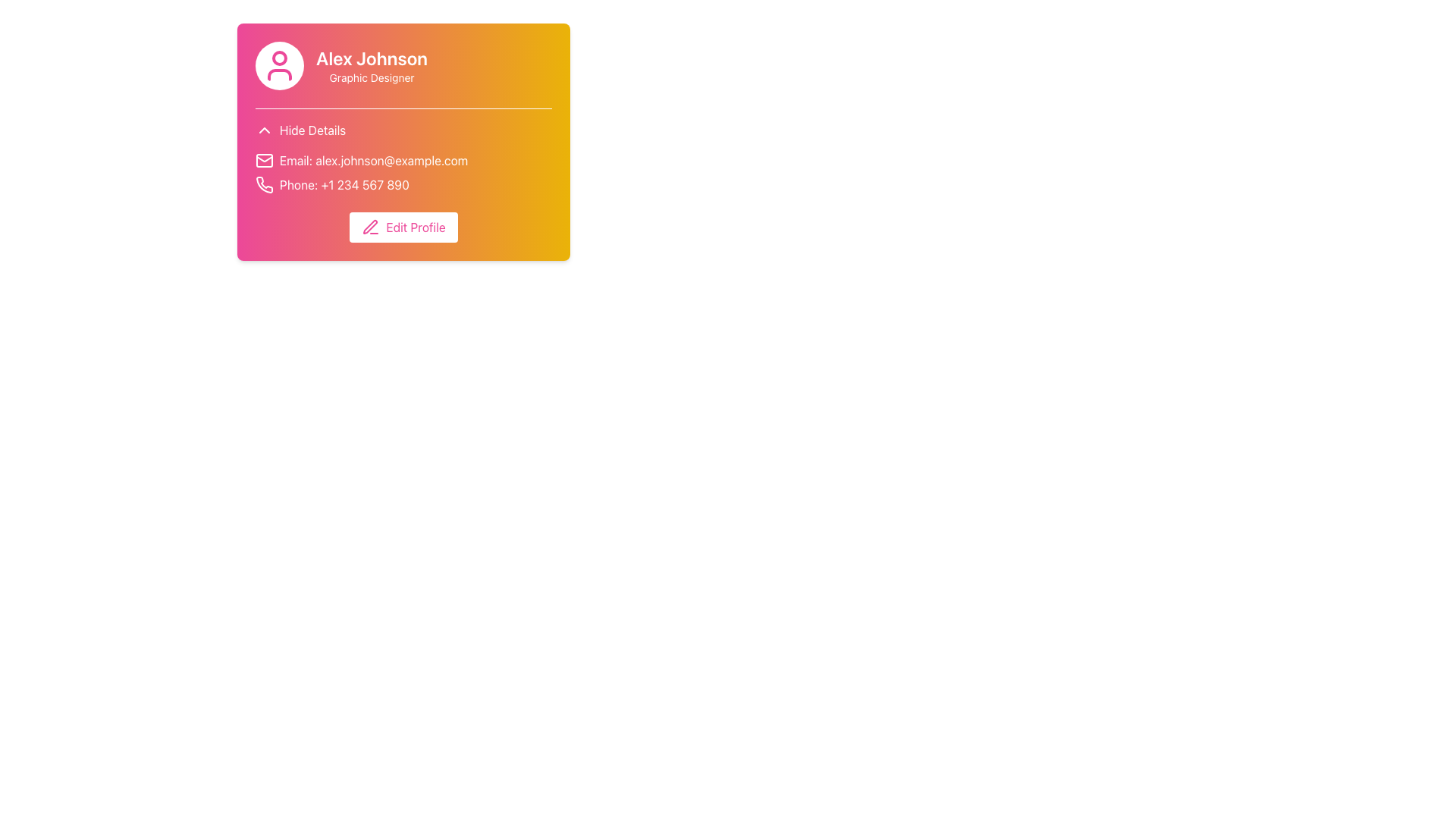 The image size is (1456, 819). Describe the element at coordinates (265, 161) in the screenshot. I see `the email contact information icon located to the left of the text 'Email: alex.johnson@example.com'` at that location.